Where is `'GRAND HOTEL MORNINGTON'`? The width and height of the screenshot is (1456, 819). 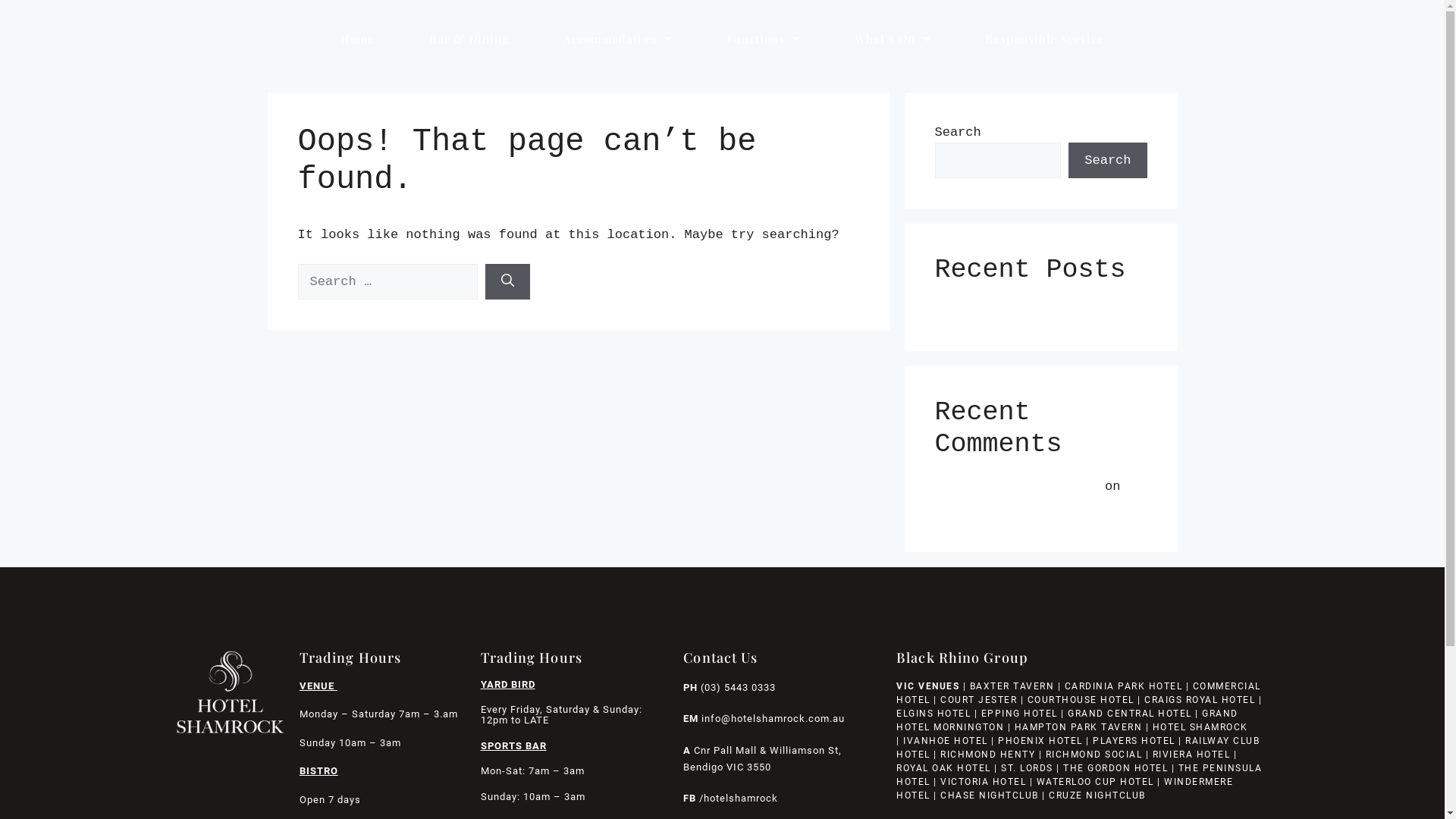 'GRAND HOTEL MORNINGTON' is located at coordinates (1066, 719).